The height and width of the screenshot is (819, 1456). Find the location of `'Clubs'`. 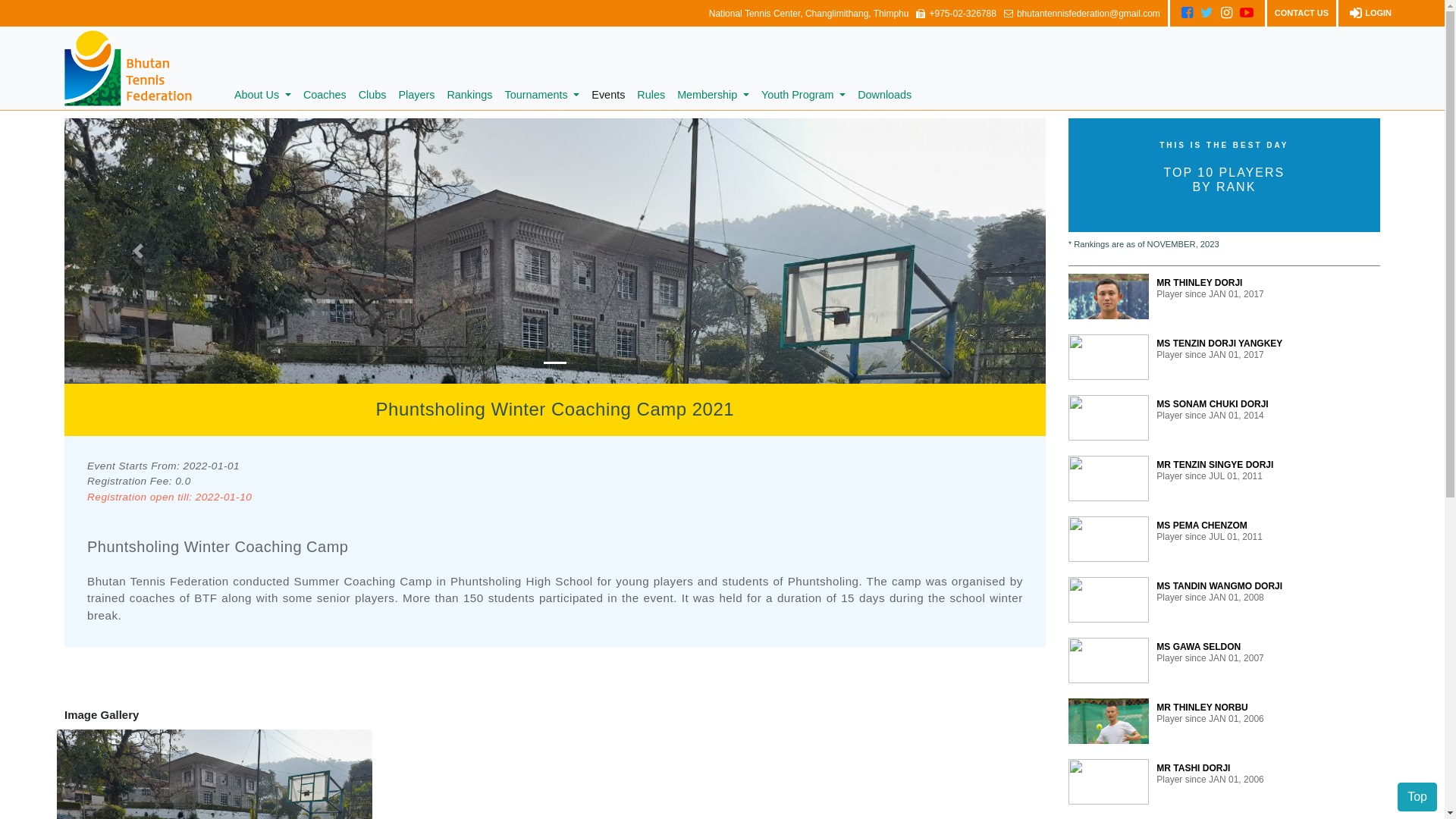

'Clubs' is located at coordinates (352, 96).